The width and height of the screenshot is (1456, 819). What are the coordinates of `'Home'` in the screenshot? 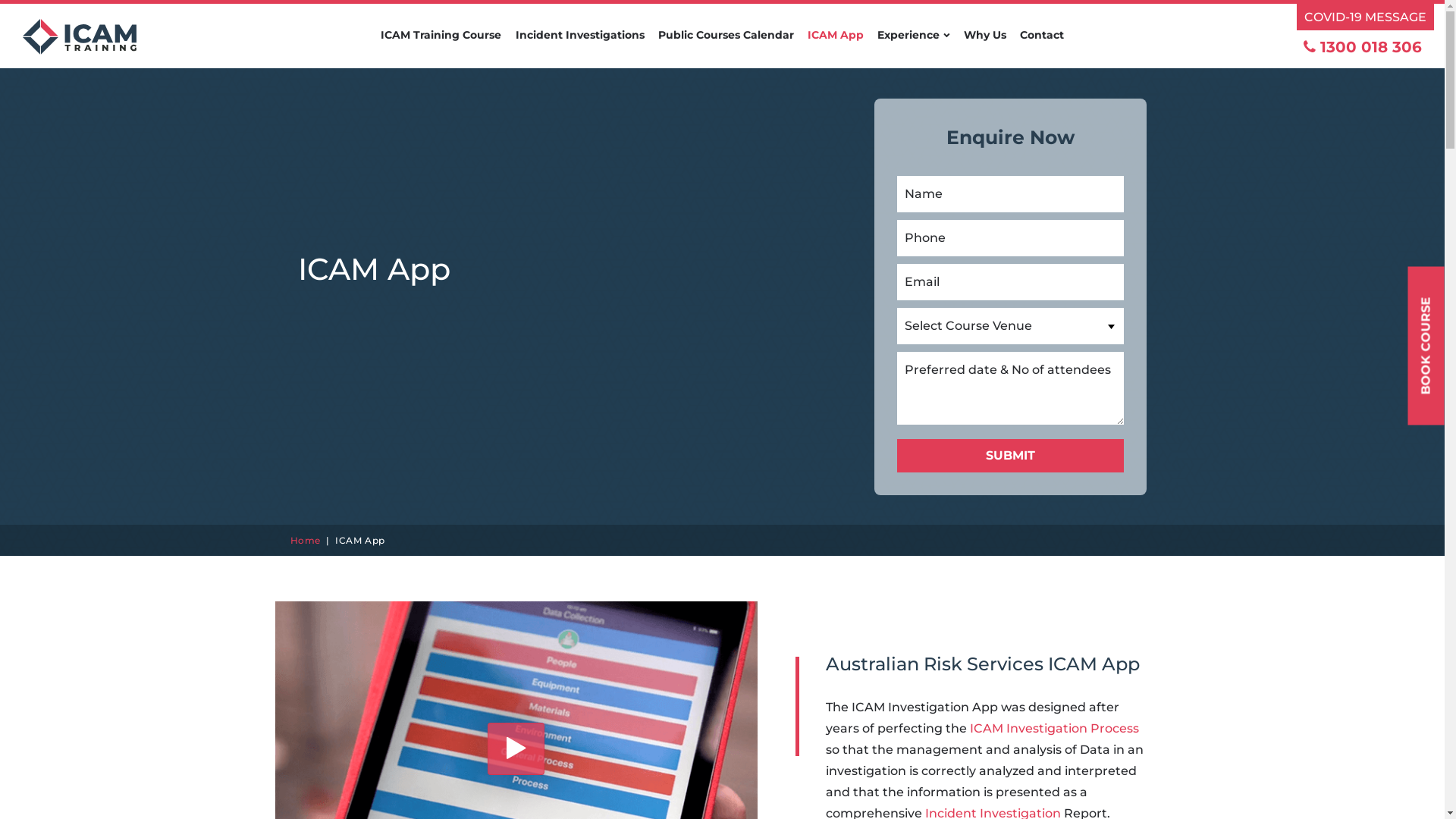 It's located at (304, 539).